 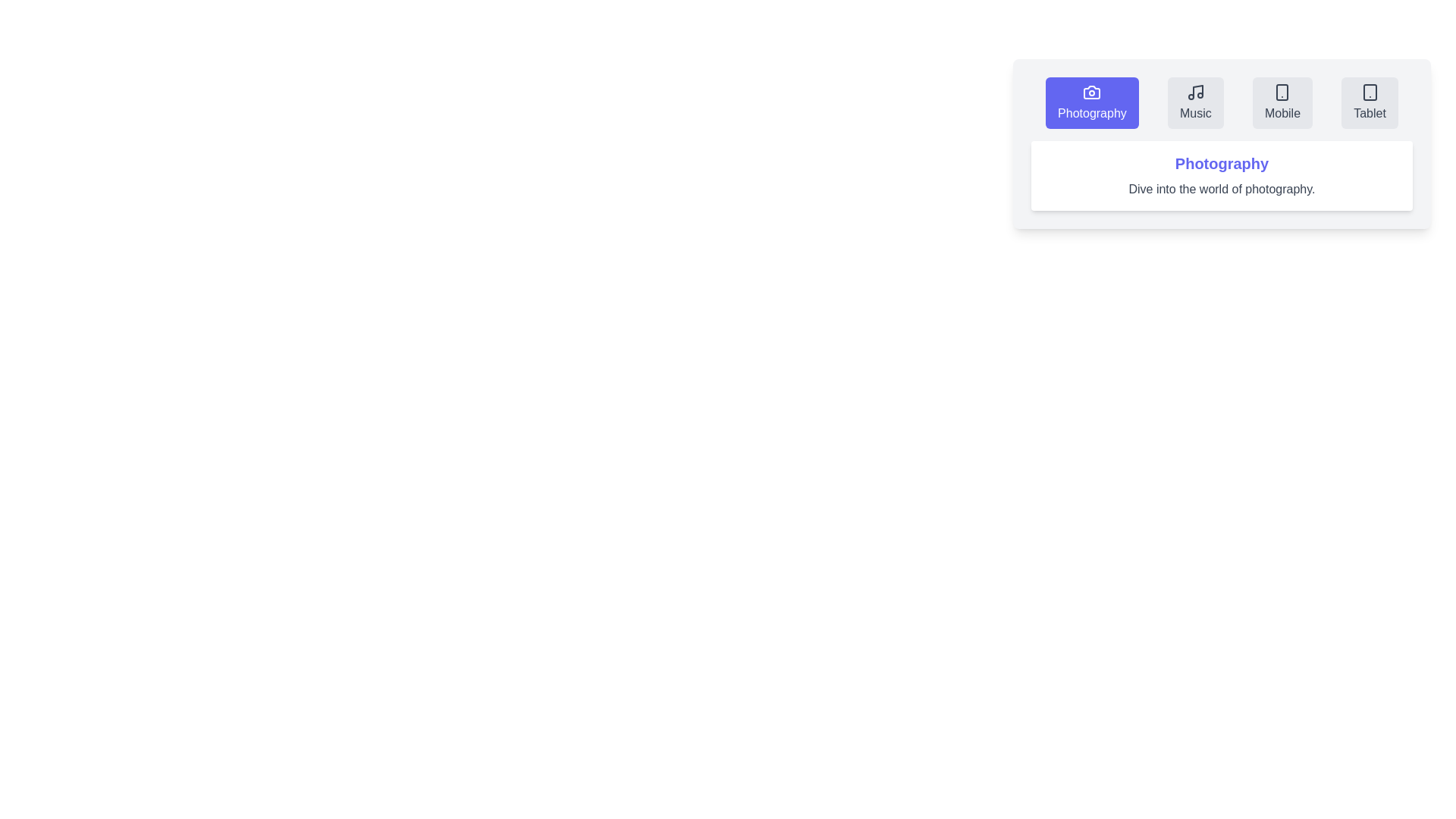 What do you see at coordinates (1194, 102) in the screenshot?
I see `the tab labeled Music` at bounding box center [1194, 102].